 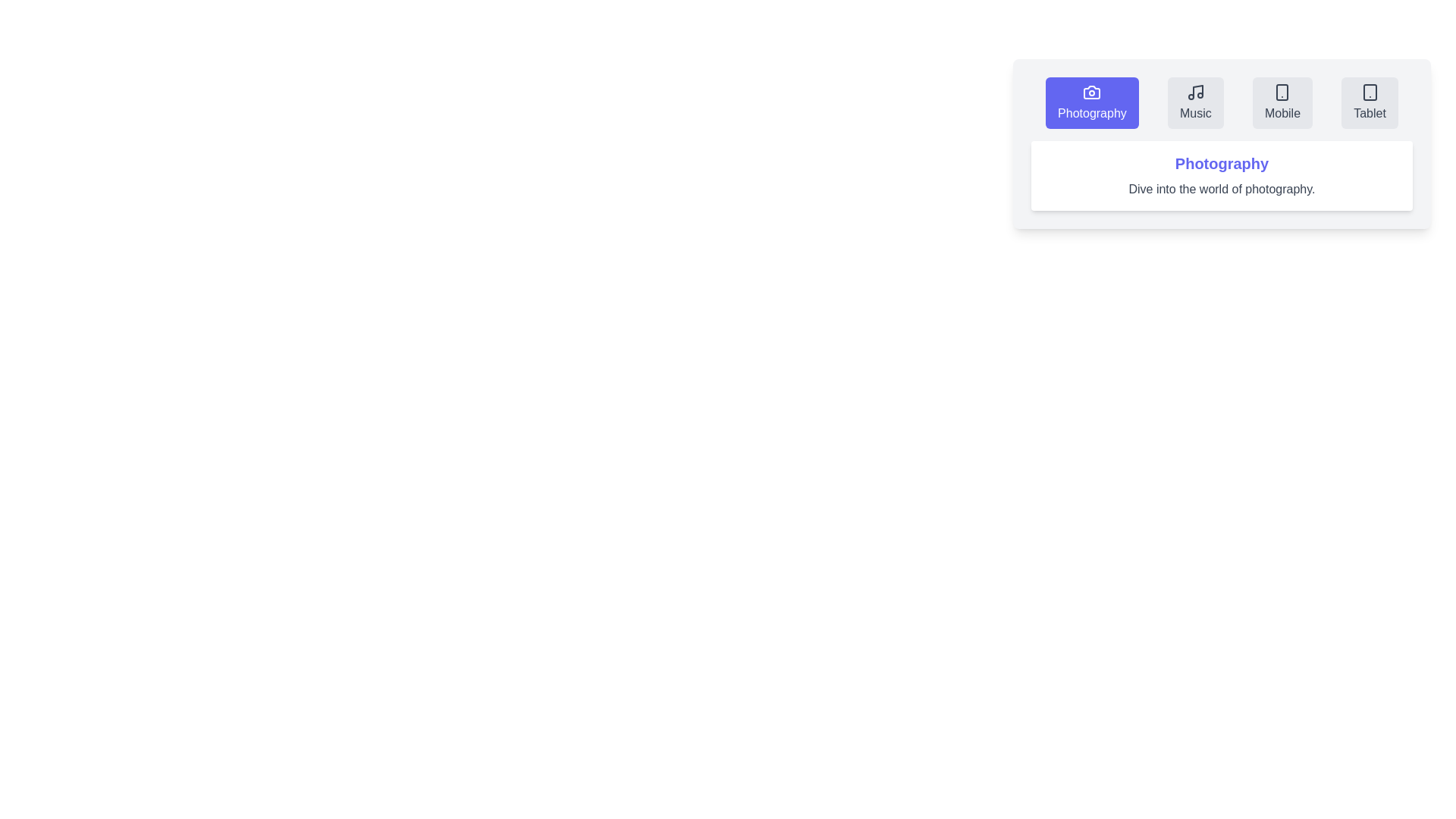 What do you see at coordinates (1194, 102) in the screenshot?
I see `the tab labeled Music` at bounding box center [1194, 102].